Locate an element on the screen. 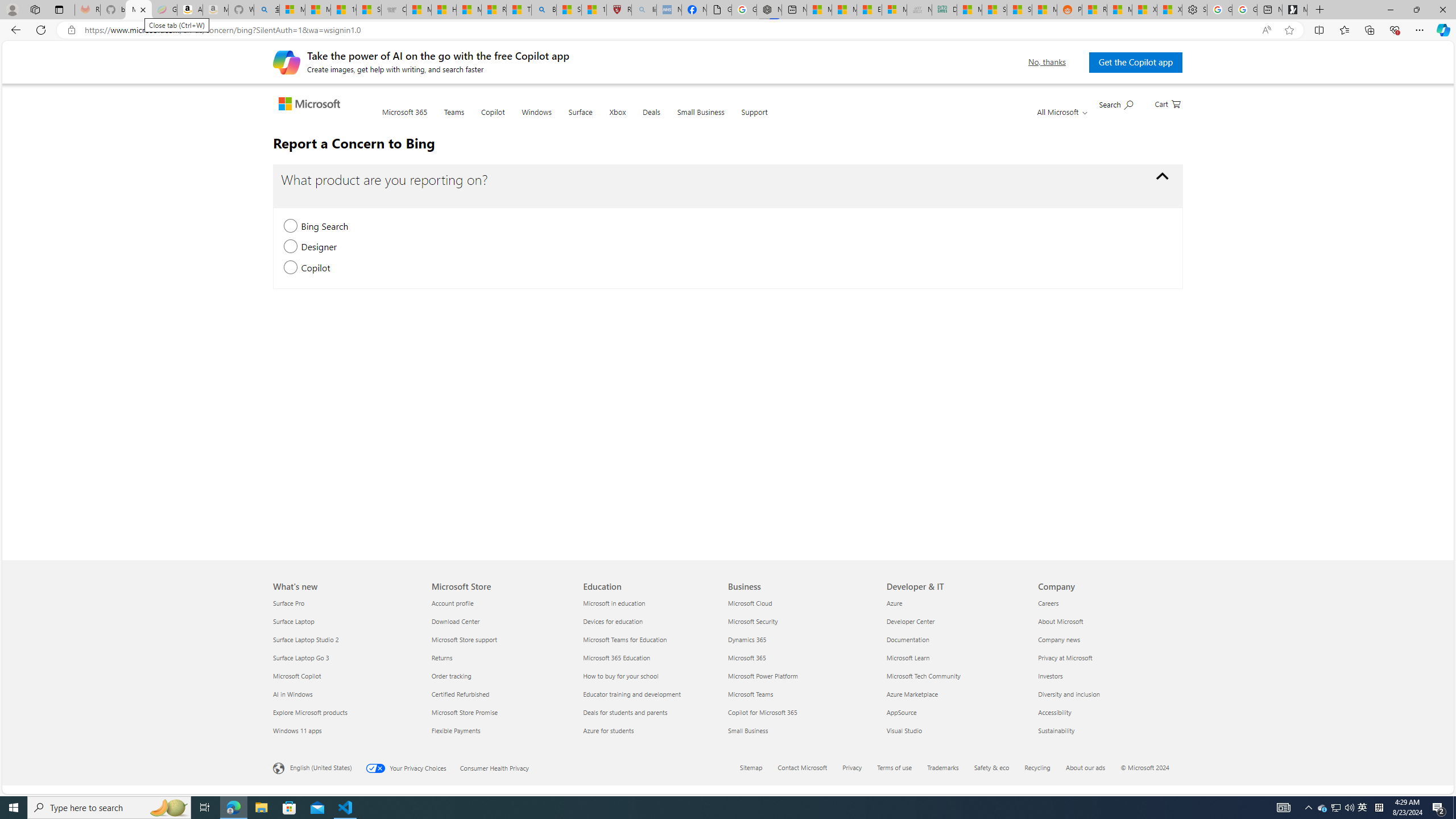  'About our ads' is located at coordinates (1085, 767).